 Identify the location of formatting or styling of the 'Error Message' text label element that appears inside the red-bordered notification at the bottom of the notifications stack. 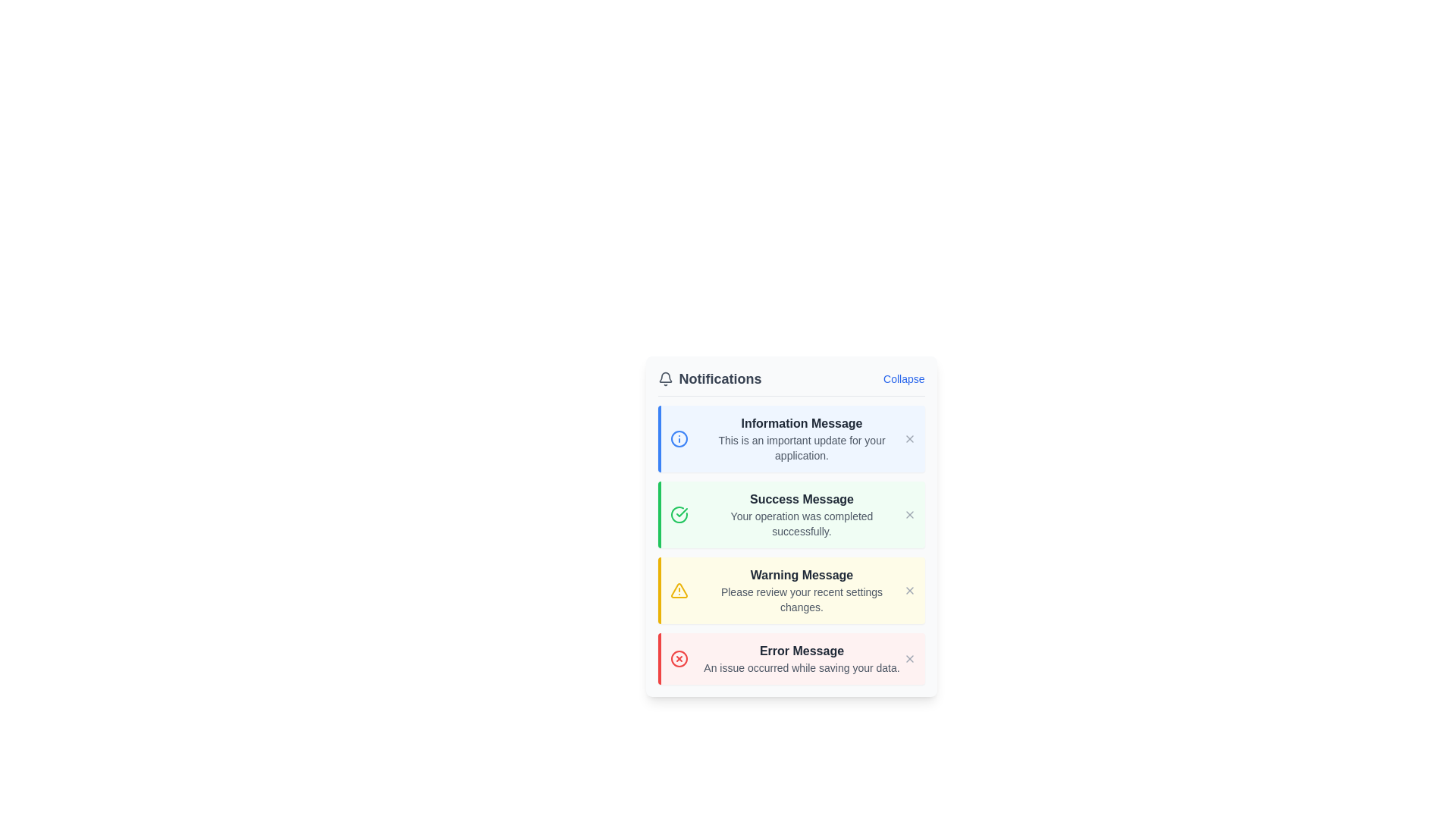
(801, 657).